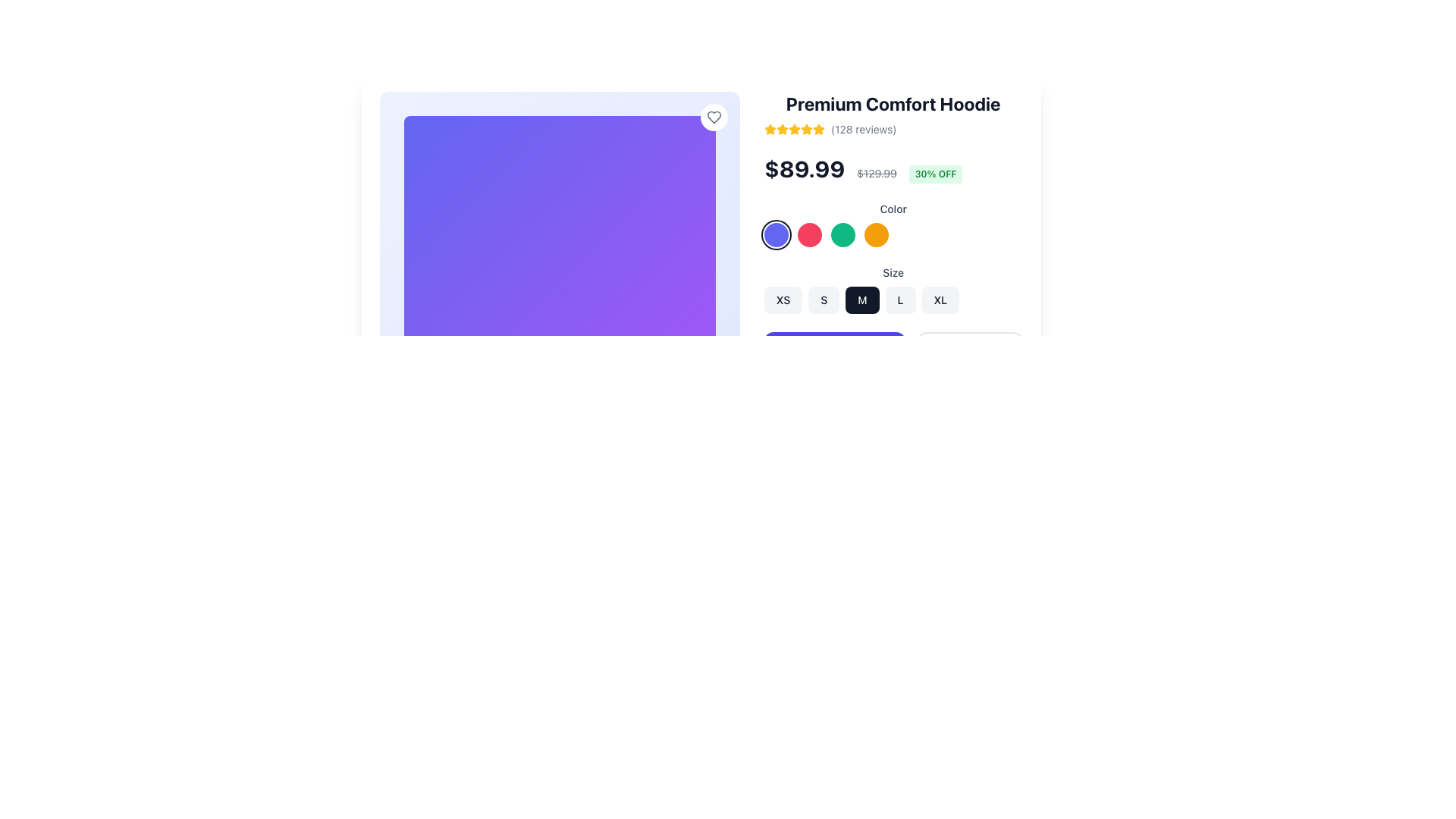 The image size is (1456, 819). Describe the element at coordinates (783, 300) in the screenshot. I see `the 'XS' size selection button to observe styling changes` at that location.